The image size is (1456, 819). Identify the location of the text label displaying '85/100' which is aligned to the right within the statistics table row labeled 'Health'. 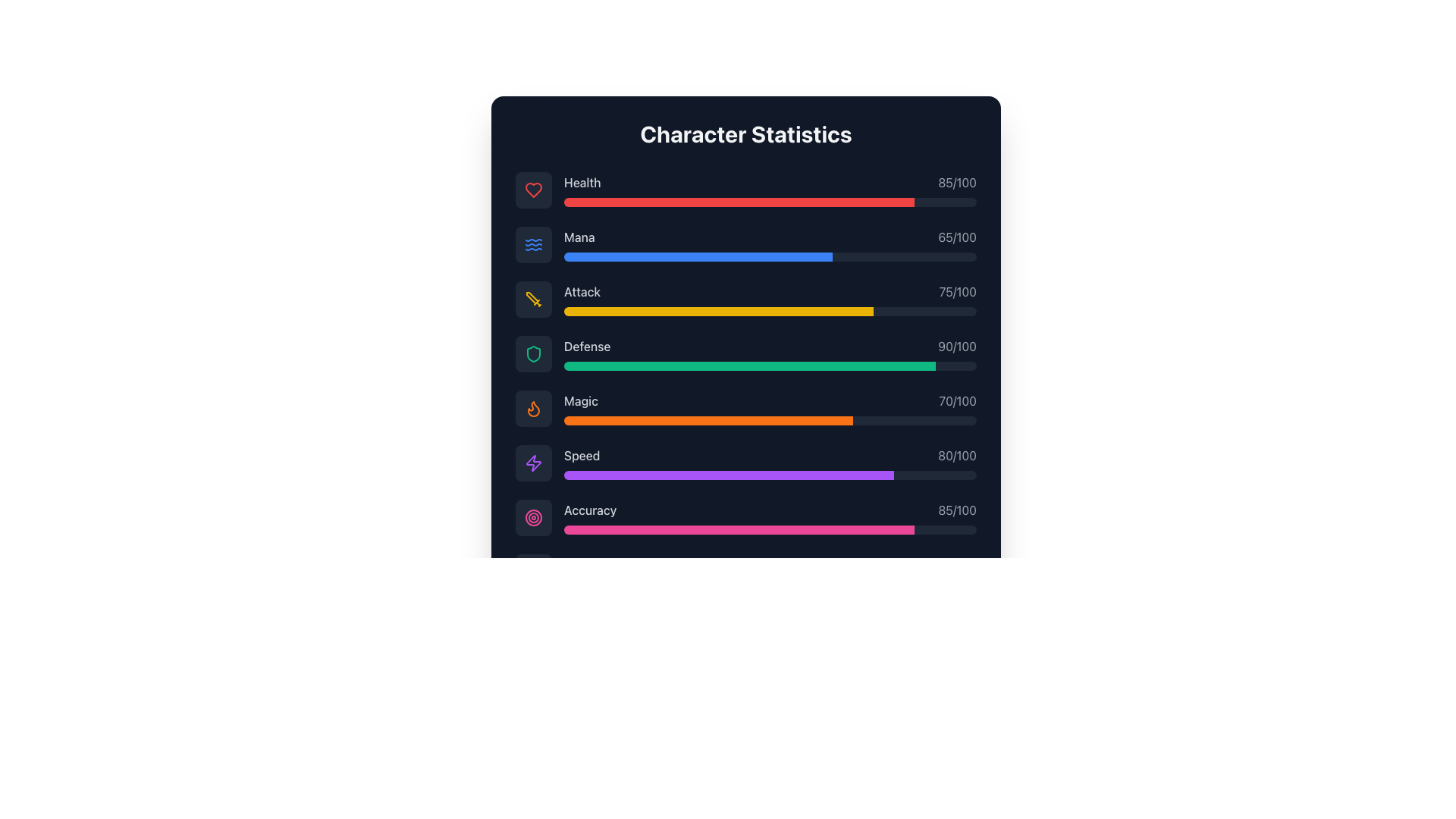
(956, 181).